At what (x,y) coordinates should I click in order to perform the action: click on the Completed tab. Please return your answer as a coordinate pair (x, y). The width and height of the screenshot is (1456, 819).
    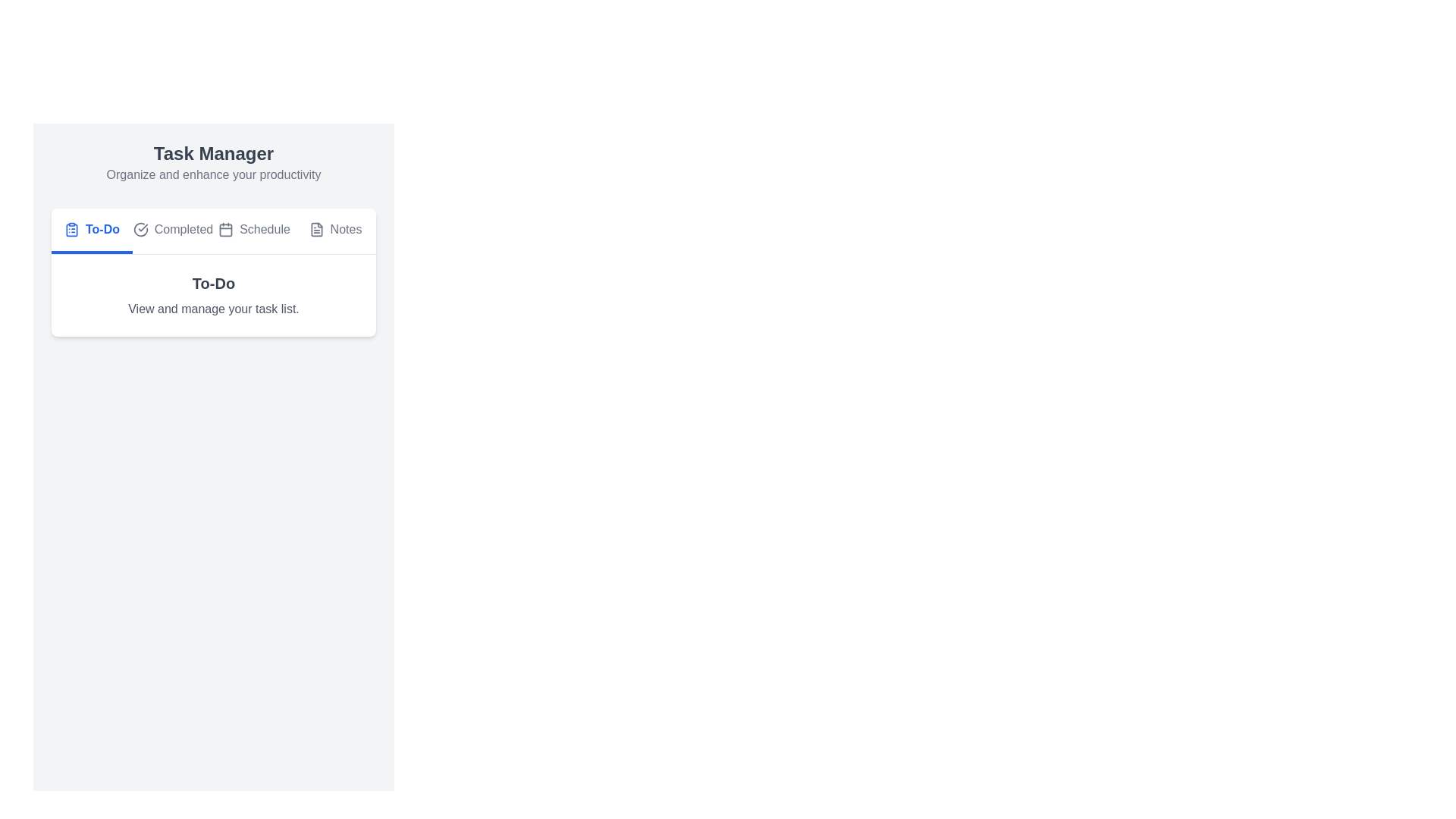
    Looking at the image, I should click on (173, 231).